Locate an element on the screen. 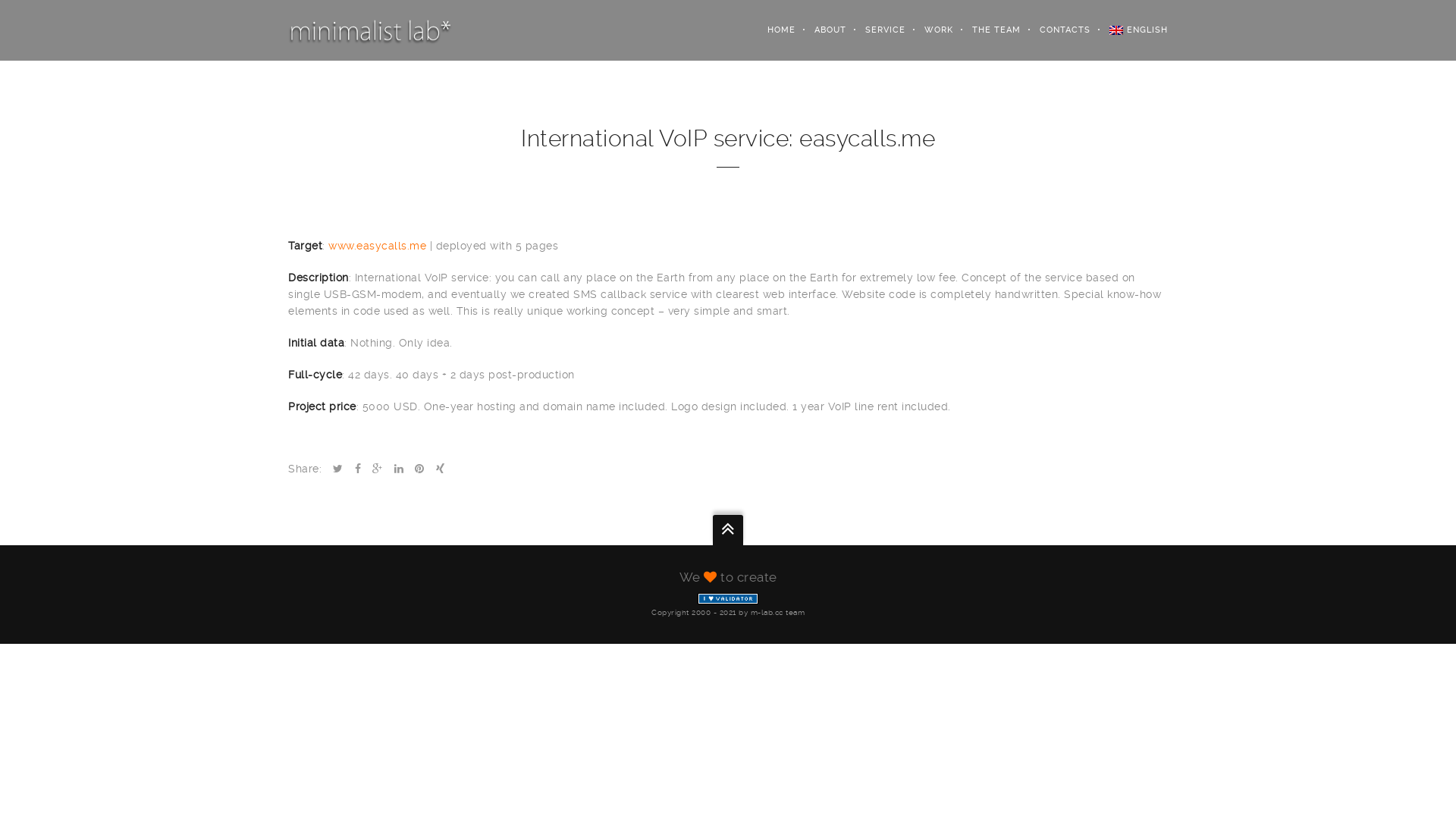 This screenshot has width=1456, height=819. 'www.easycalls.me' is located at coordinates (327, 245).